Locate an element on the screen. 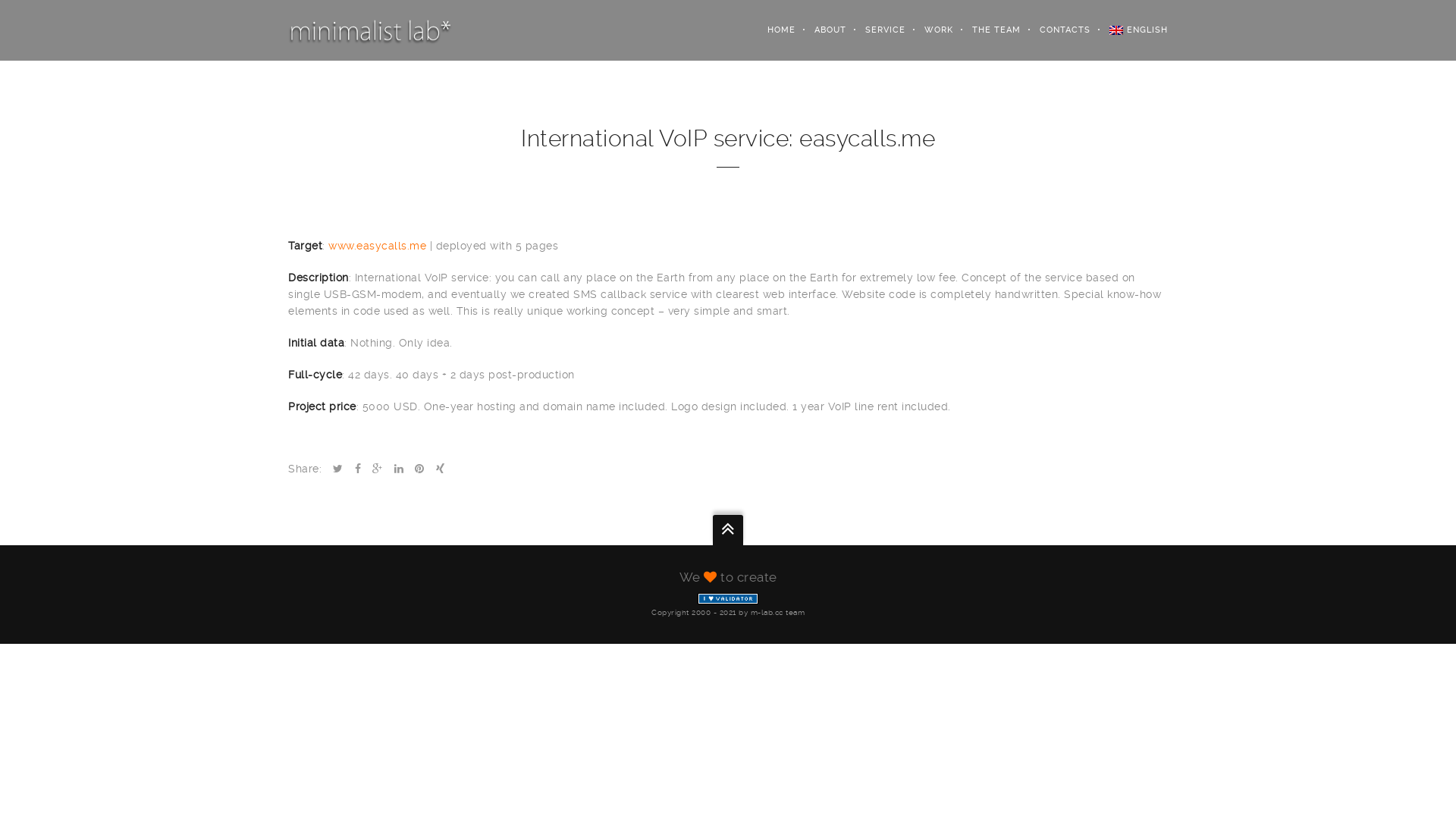 This screenshot has width=1456, height=819. 'www.easycalls.me' is located at coordinates (327, 245).